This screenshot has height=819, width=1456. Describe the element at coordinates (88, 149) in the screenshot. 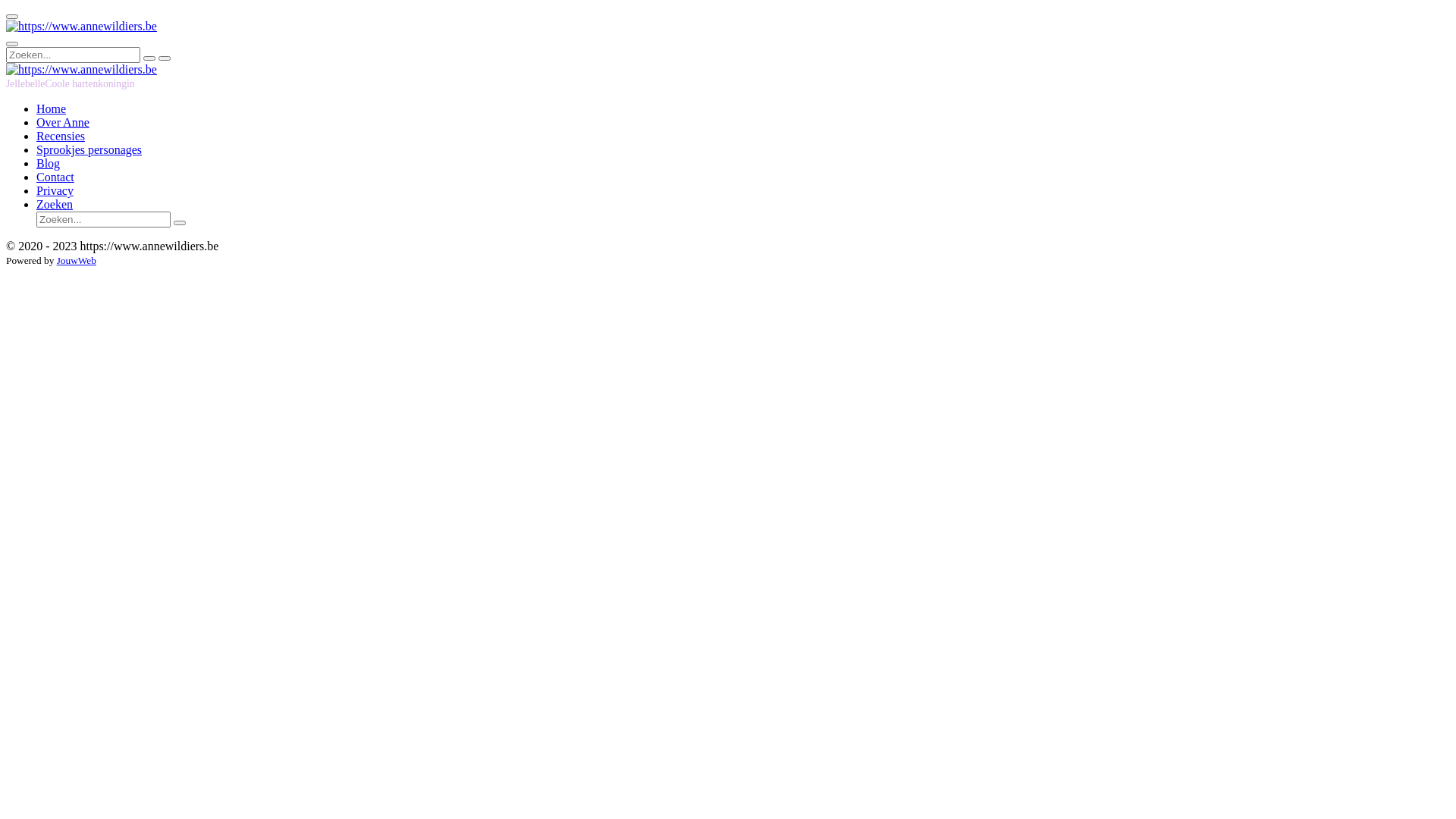

I see `'Sprookjes personages'` at that location.